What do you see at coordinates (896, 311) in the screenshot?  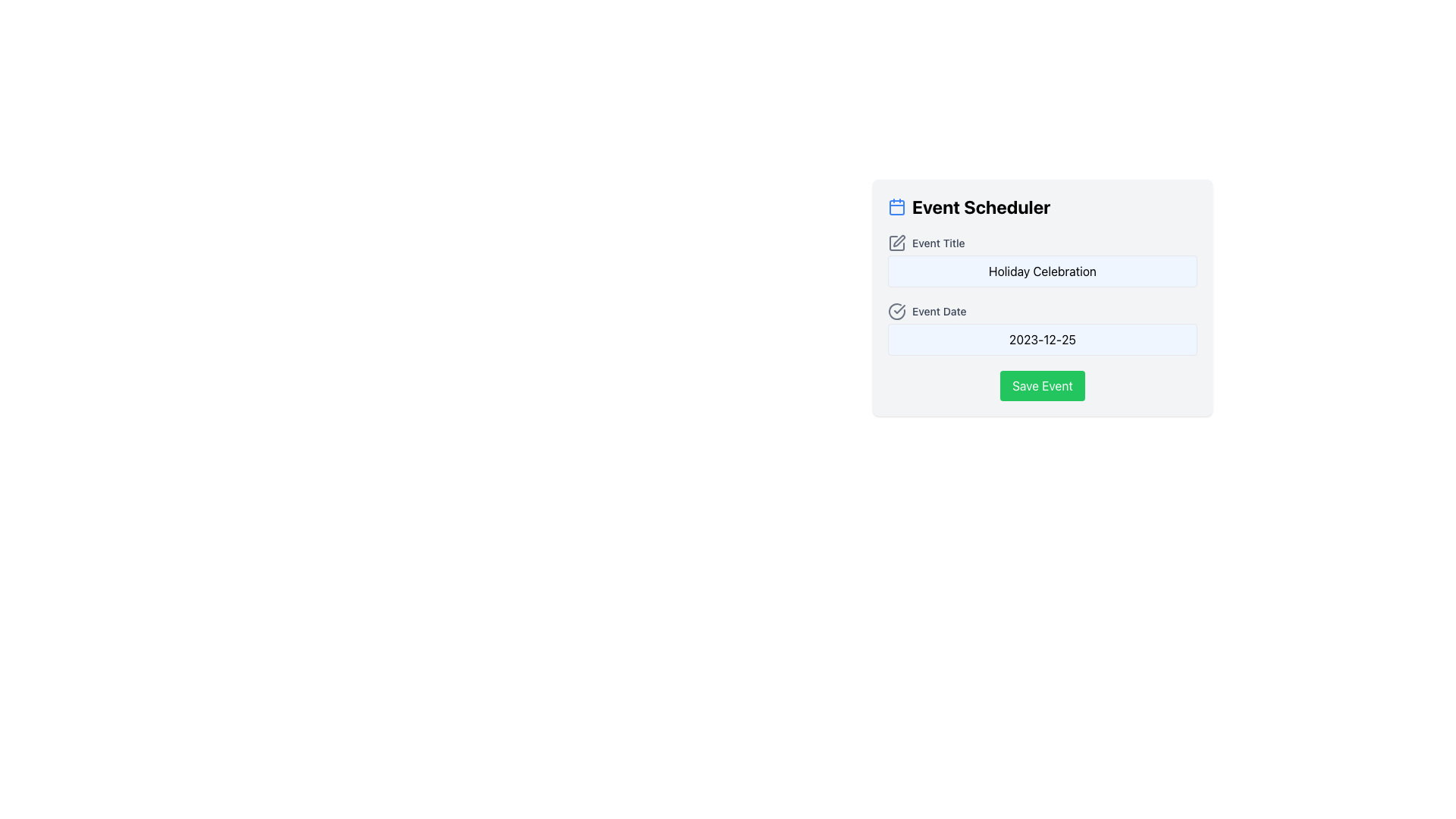 I see `the circular segment icon located next to the 'Event Date' label in the user interface` at bounding box center [896, 311].